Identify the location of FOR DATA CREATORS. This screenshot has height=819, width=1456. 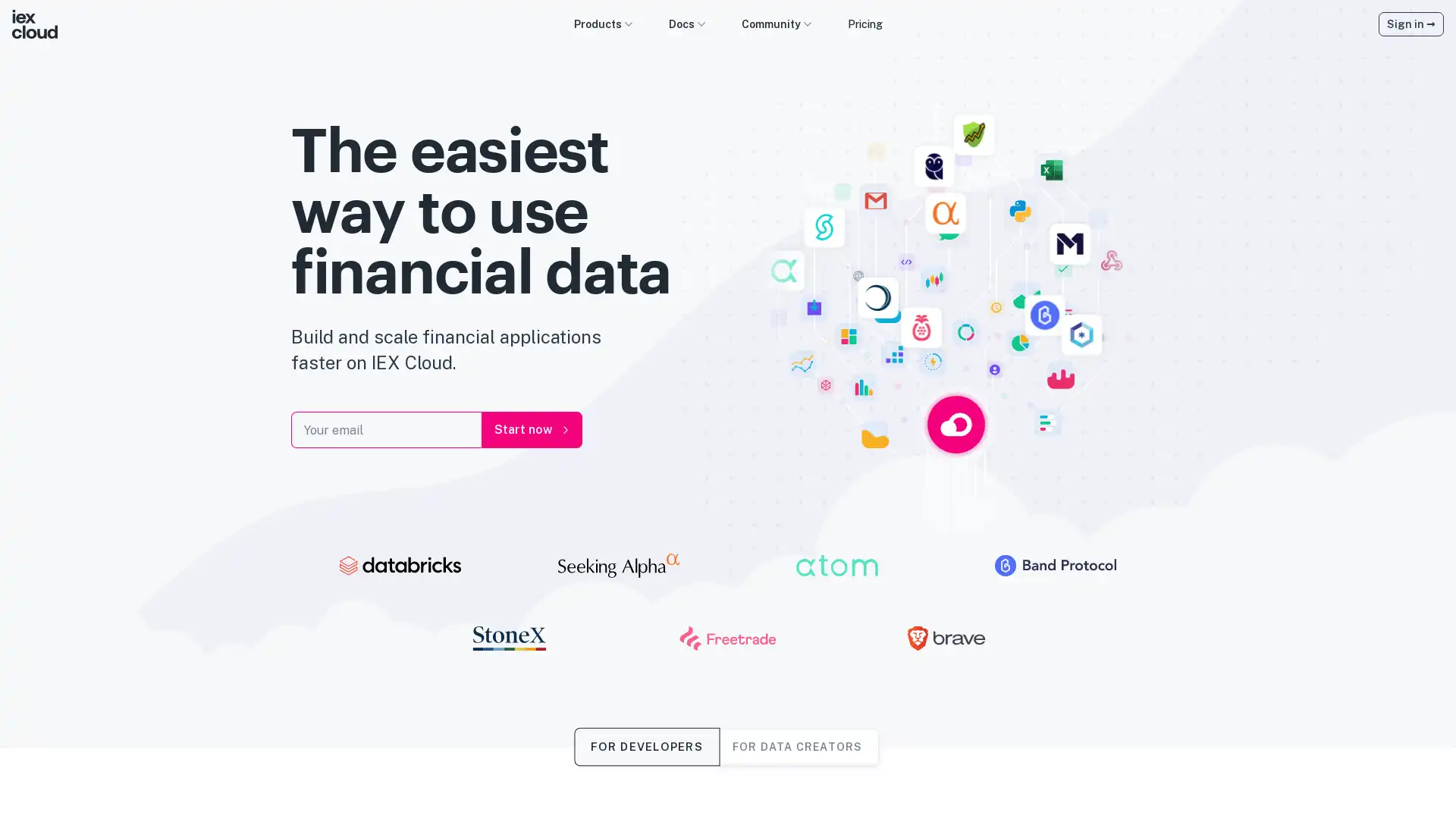
(796, 745).